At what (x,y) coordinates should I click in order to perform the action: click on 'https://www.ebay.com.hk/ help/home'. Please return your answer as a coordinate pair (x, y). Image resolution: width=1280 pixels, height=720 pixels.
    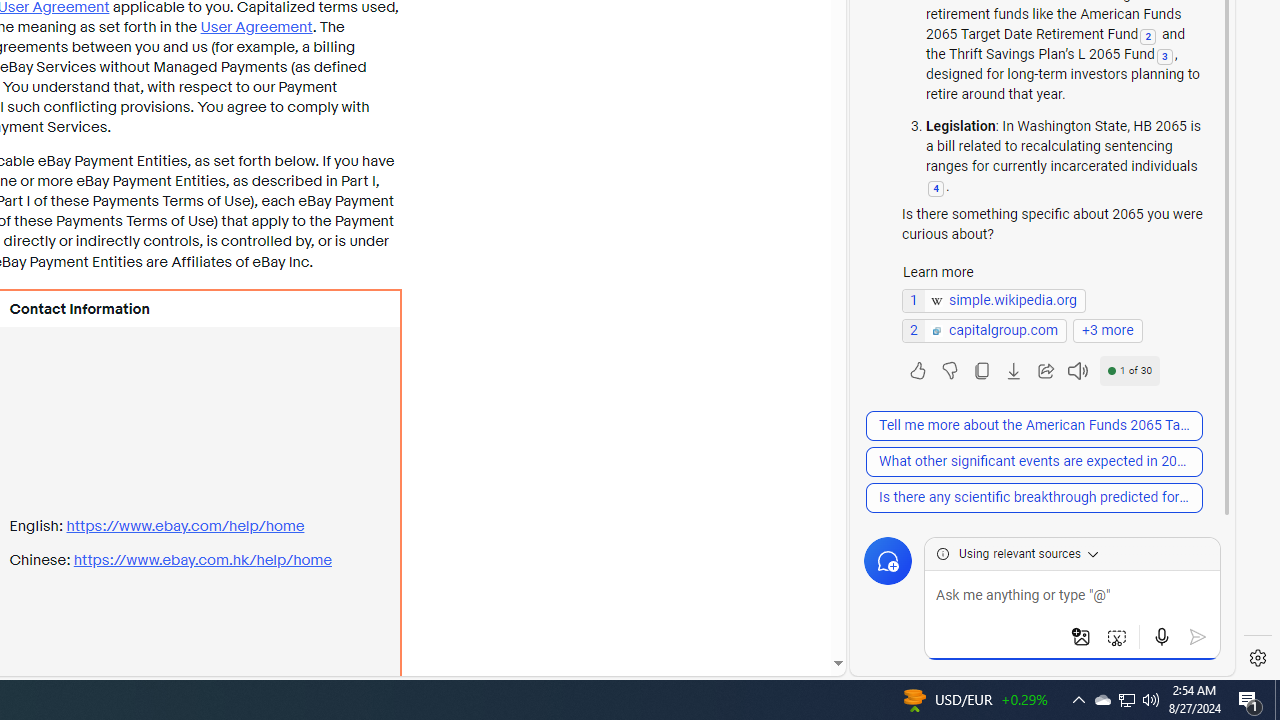
    Looking at the image, I should click on (202, 560).